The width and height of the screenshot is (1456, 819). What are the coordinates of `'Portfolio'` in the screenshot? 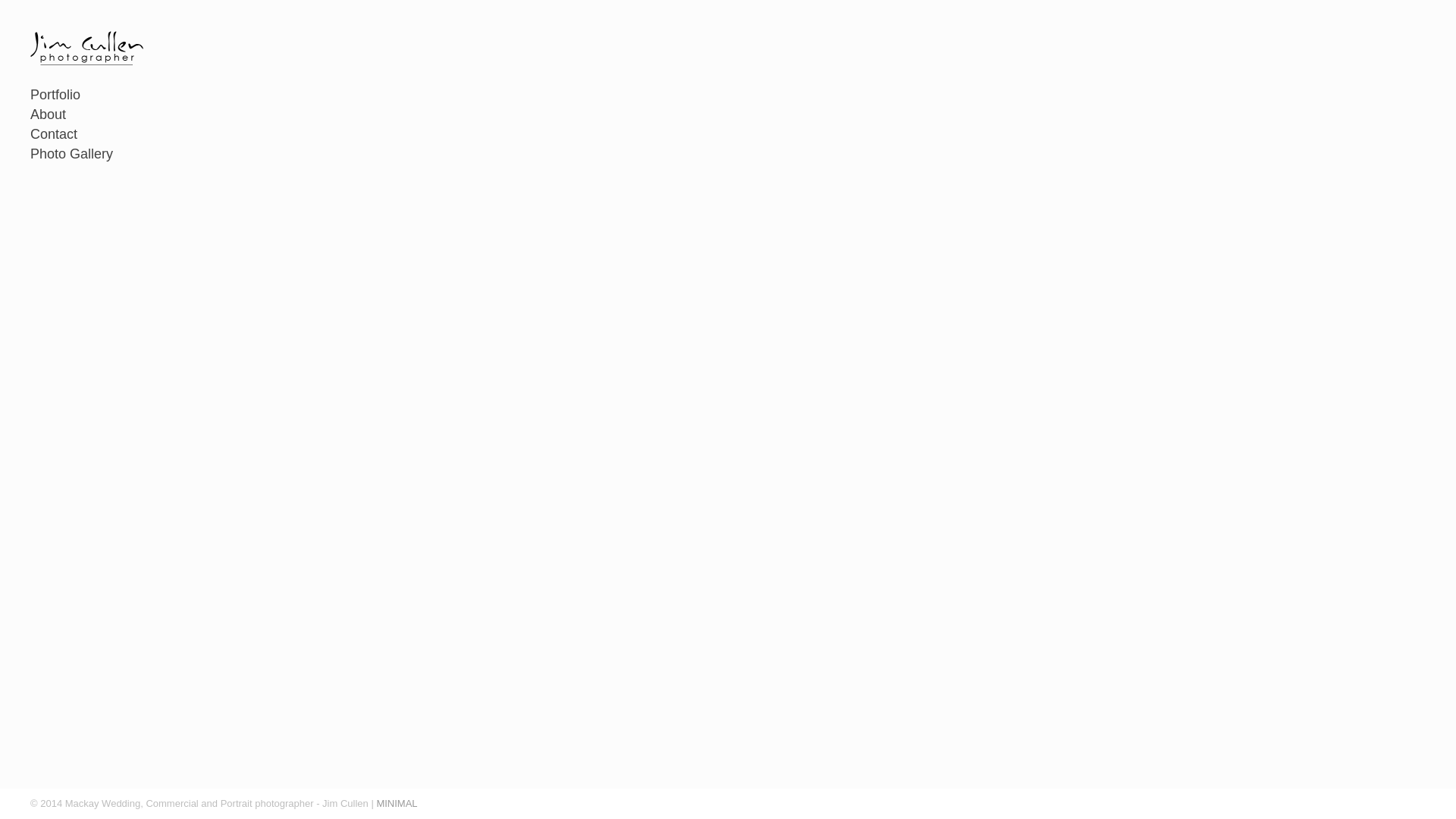 It's located at (86, 95).